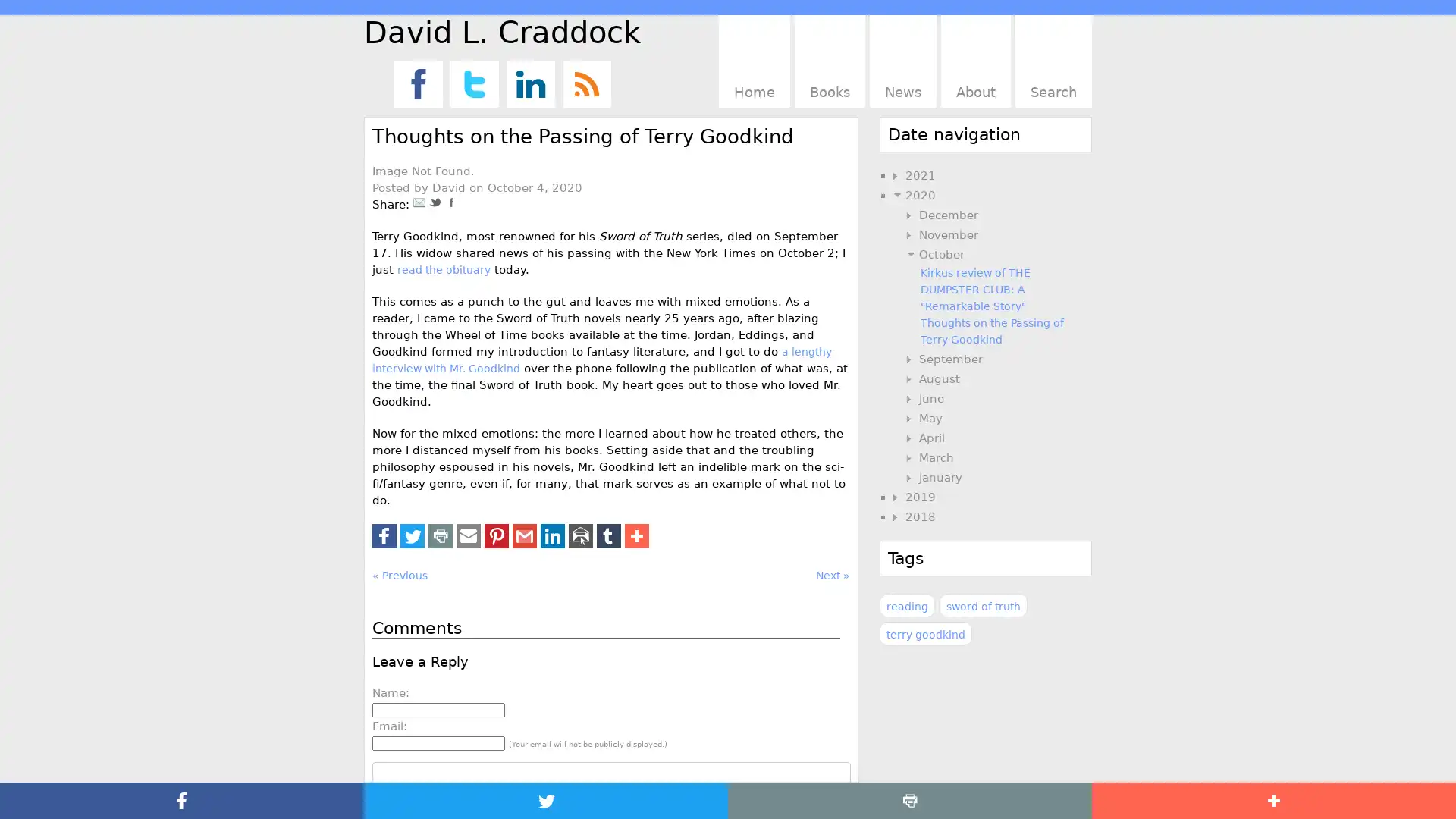 Image resolution: width=1456 pixels, height=819 pixels. Describe the element at coordinates (524, 535) in the screenshot. I see `Share to Gmail` at that location.